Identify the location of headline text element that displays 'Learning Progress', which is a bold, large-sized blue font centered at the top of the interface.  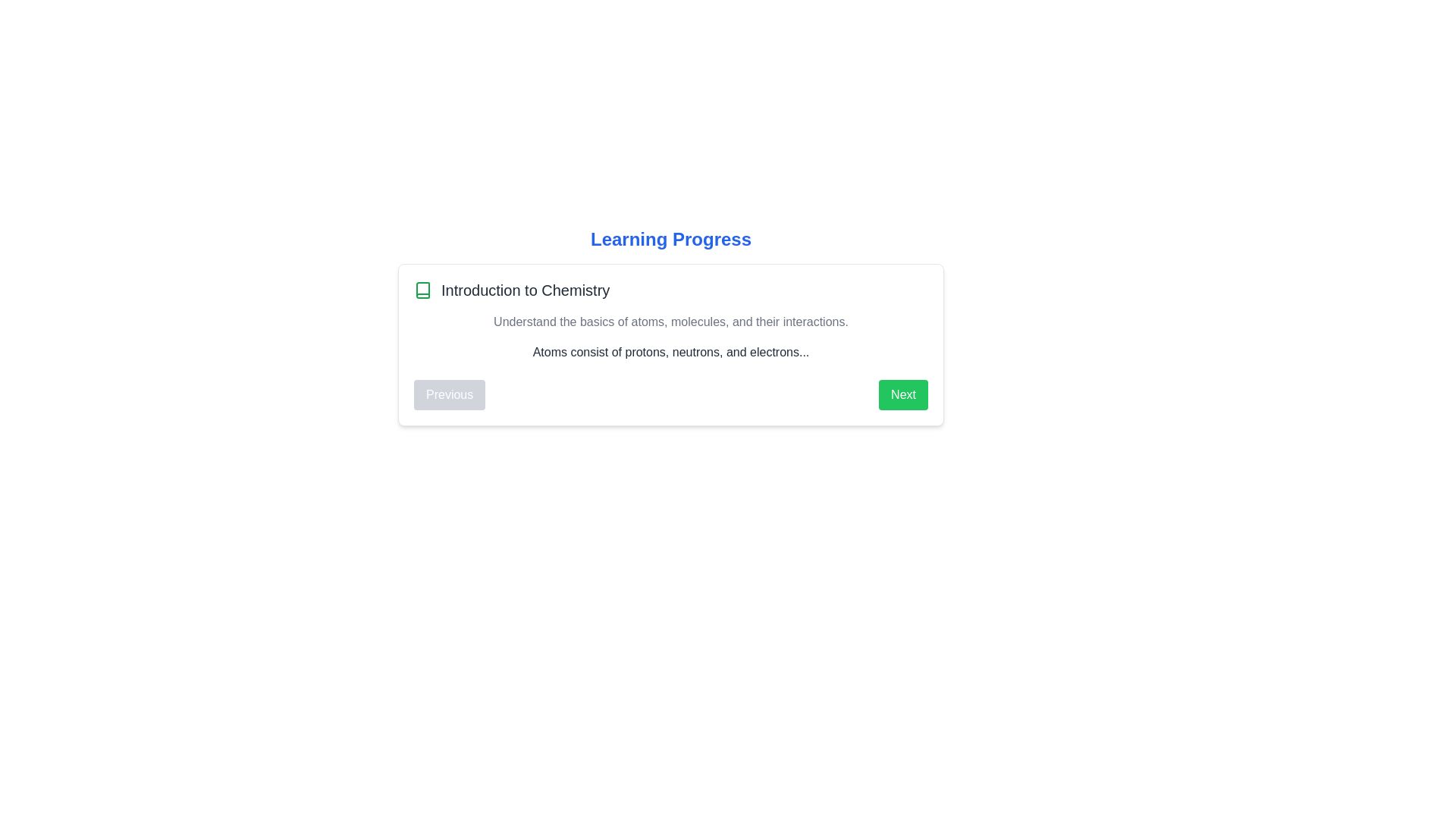
(670, 239).